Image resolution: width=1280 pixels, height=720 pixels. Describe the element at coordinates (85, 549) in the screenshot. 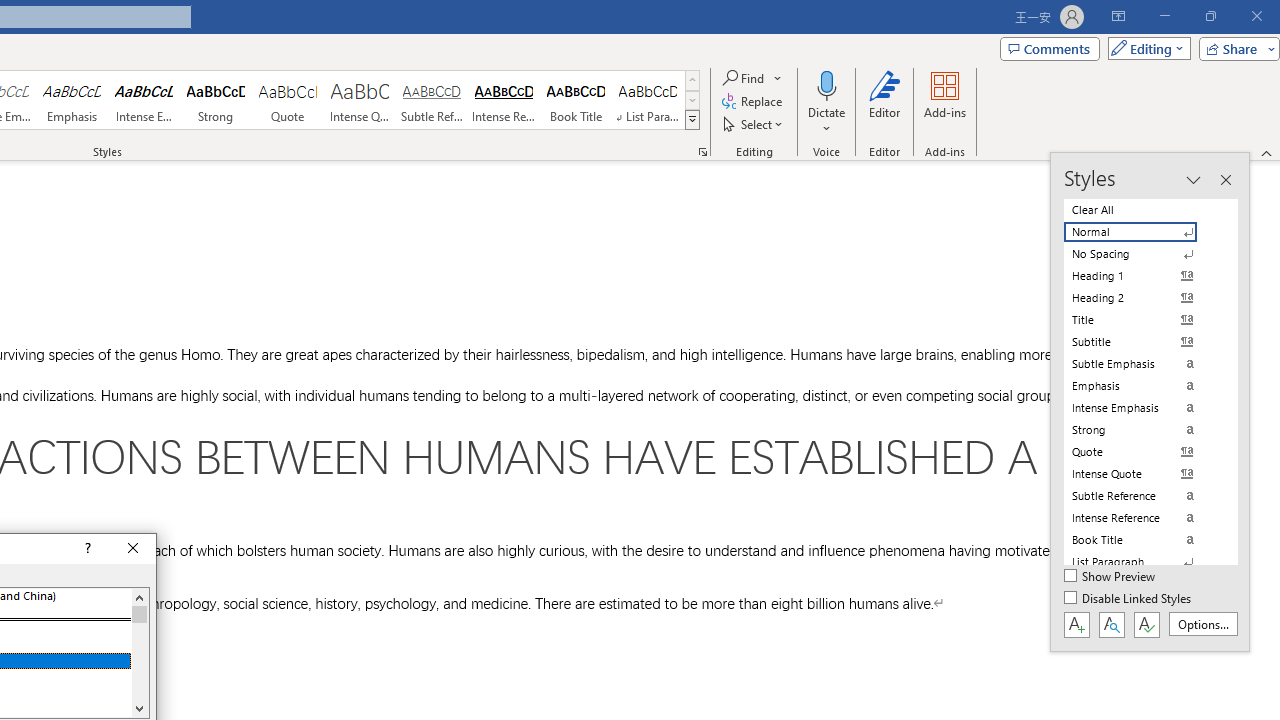

I see `'Context help'` at that location.